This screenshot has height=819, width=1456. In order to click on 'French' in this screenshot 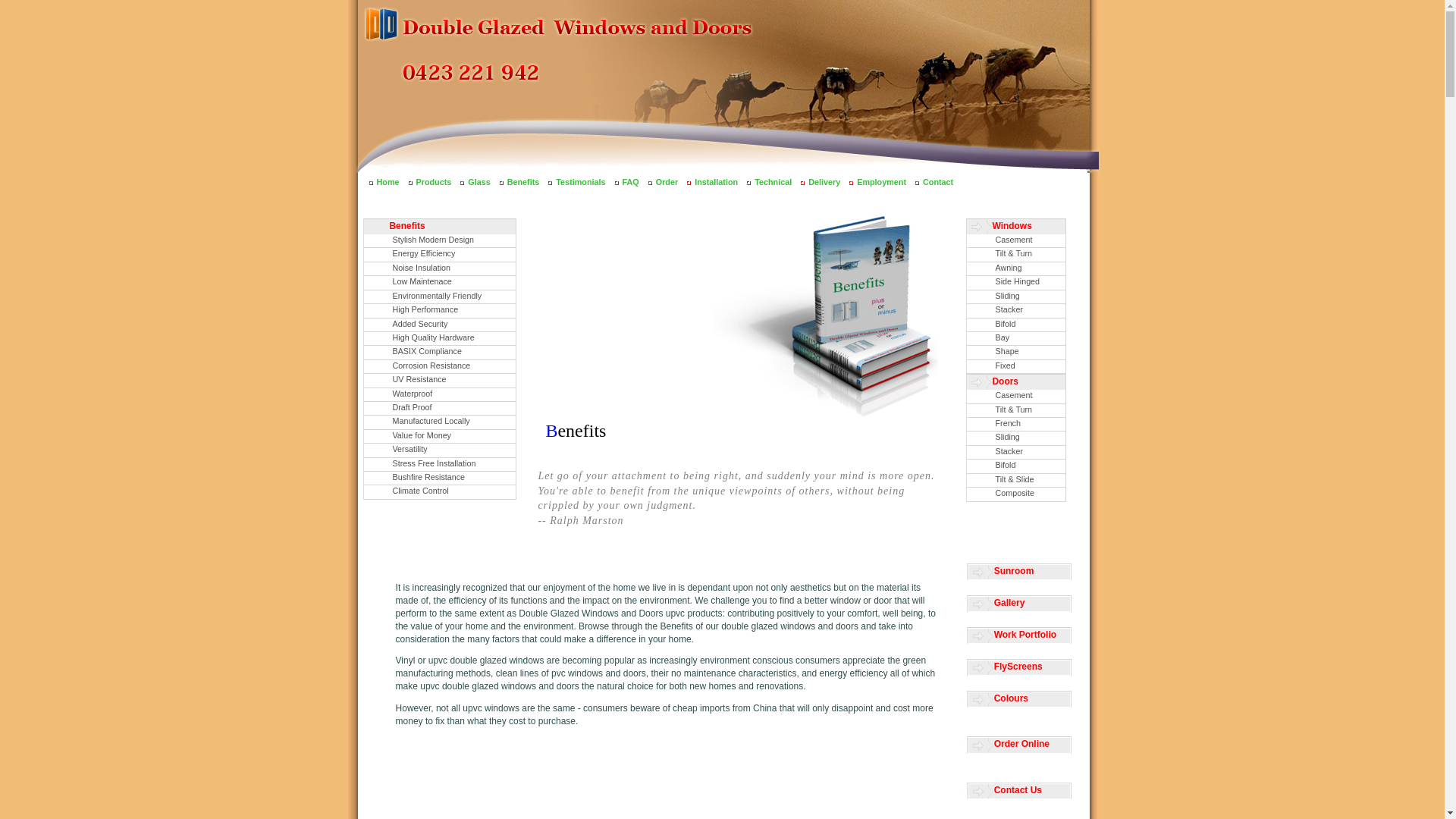, I will do `click(1015, 424)`.